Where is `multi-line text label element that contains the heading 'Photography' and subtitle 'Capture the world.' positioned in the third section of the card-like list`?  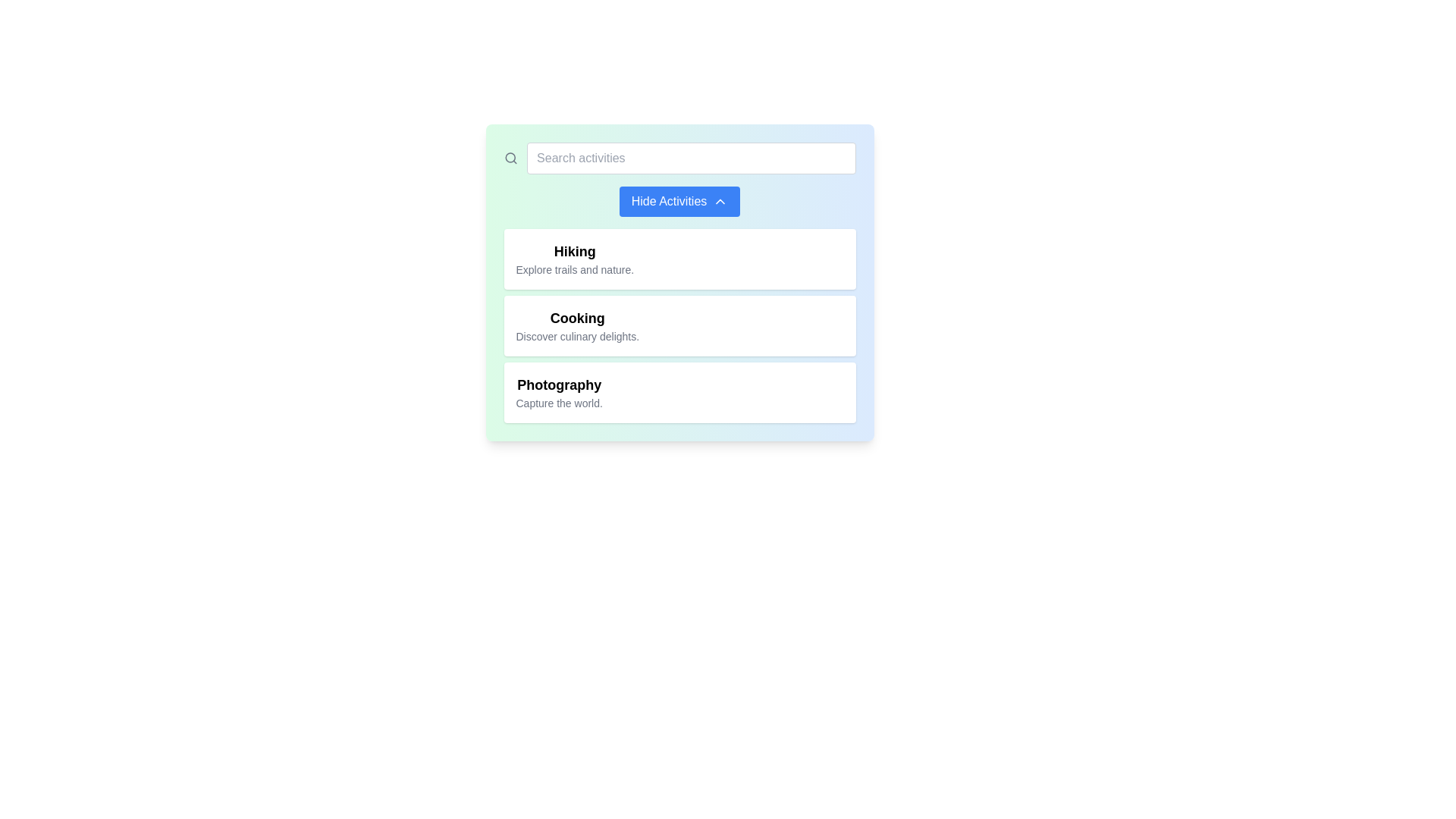
multi-line text label element that contains the heading 'Photography' and subtitle 'Capture the world.' positioned in the third section of the card-like list is located at coordinates (558, 391).